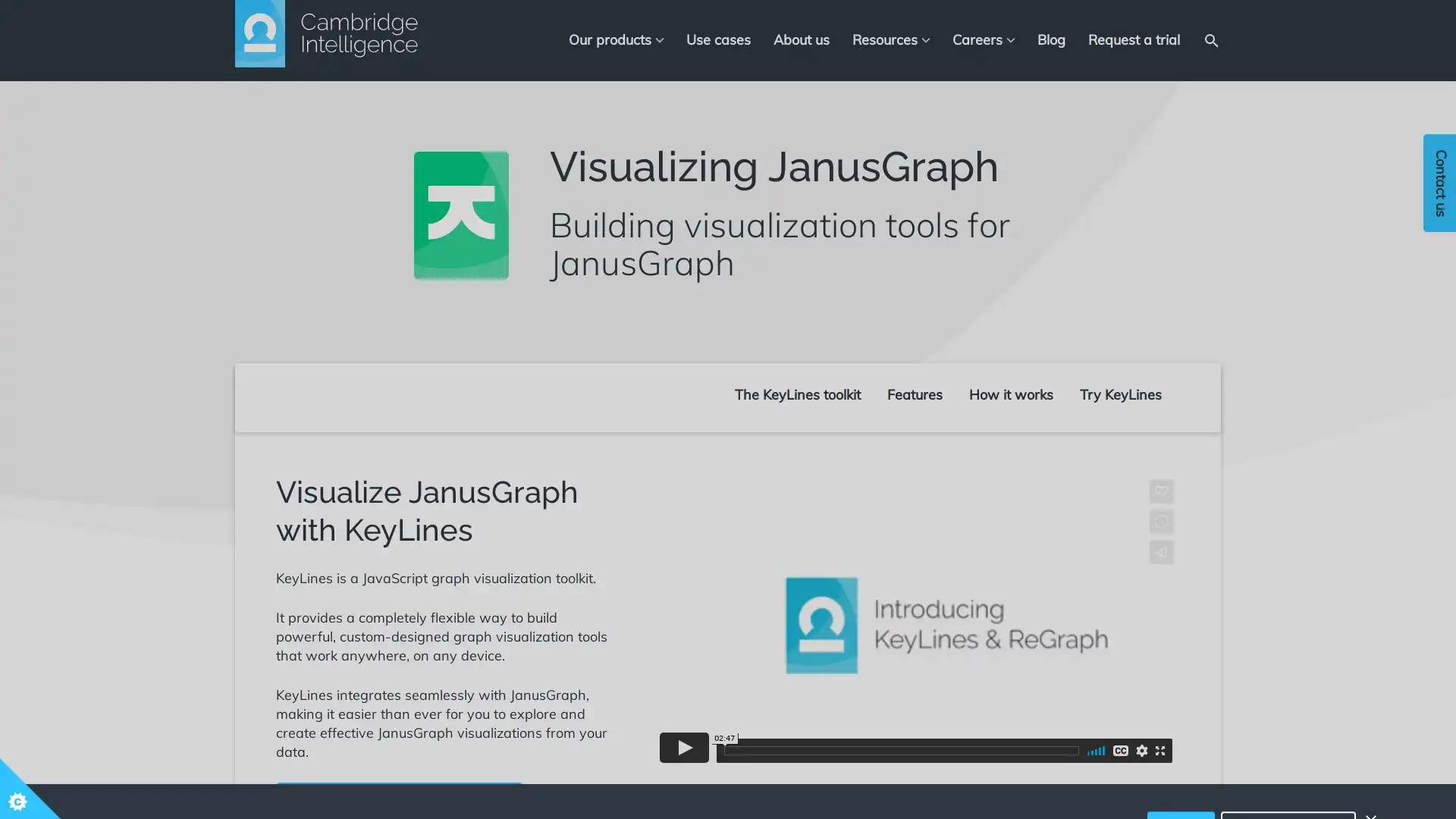 The height and width of the screenshot is (819, 1456). What do you see at coordinates (1180, 778) in the screenshot?
I see `Accept` at bounding box center [1180, 778].